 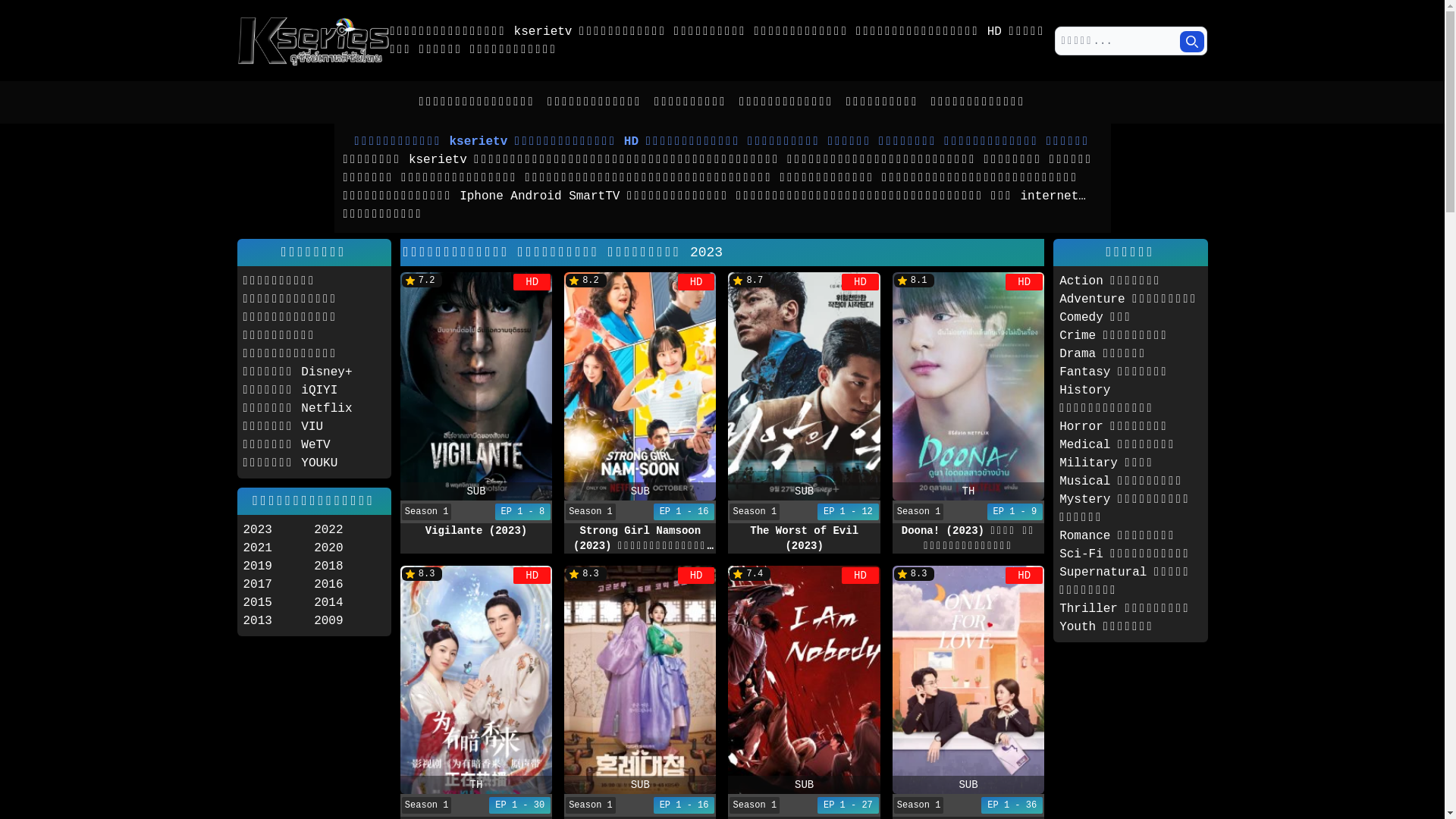 I want to click on '2023', so click(x=278, y=529).